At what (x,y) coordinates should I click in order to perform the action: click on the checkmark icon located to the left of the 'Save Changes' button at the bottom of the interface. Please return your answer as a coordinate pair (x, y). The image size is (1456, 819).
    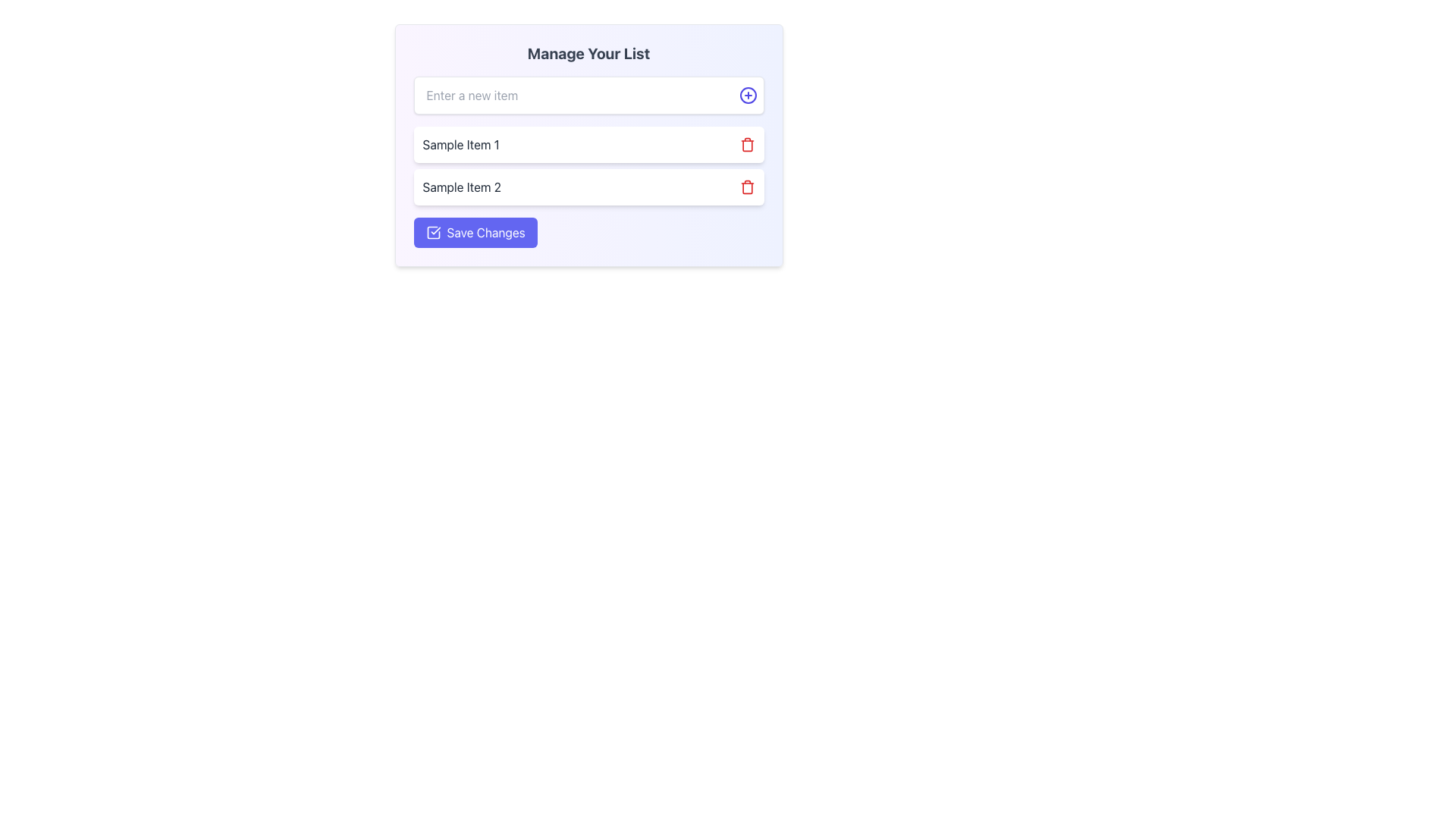
    Looking at the image, I should click on (432, 233).